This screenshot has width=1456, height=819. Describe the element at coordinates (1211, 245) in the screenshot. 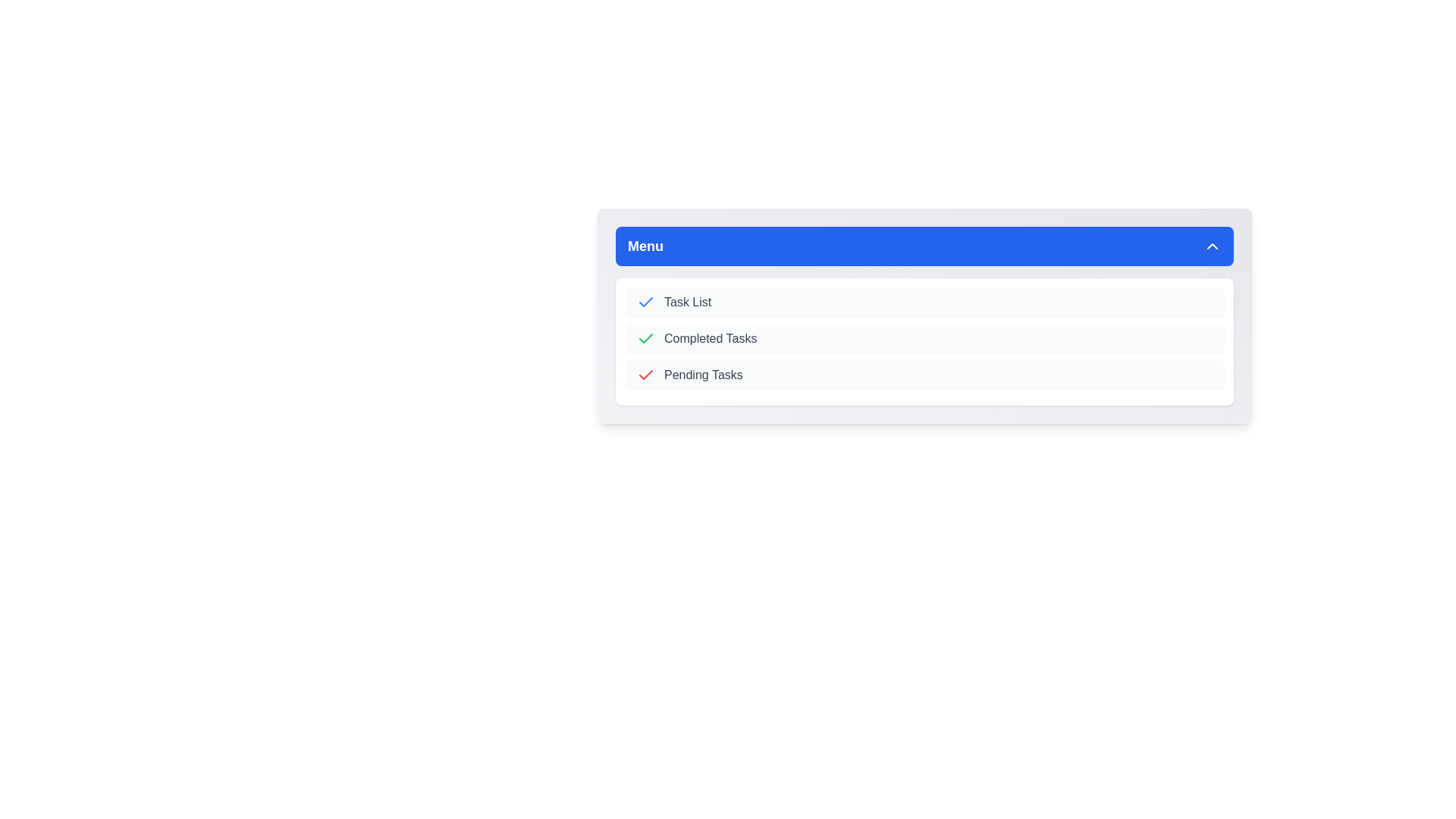

I see `the arrow icon in the upper-right corner of the header section` at that location.